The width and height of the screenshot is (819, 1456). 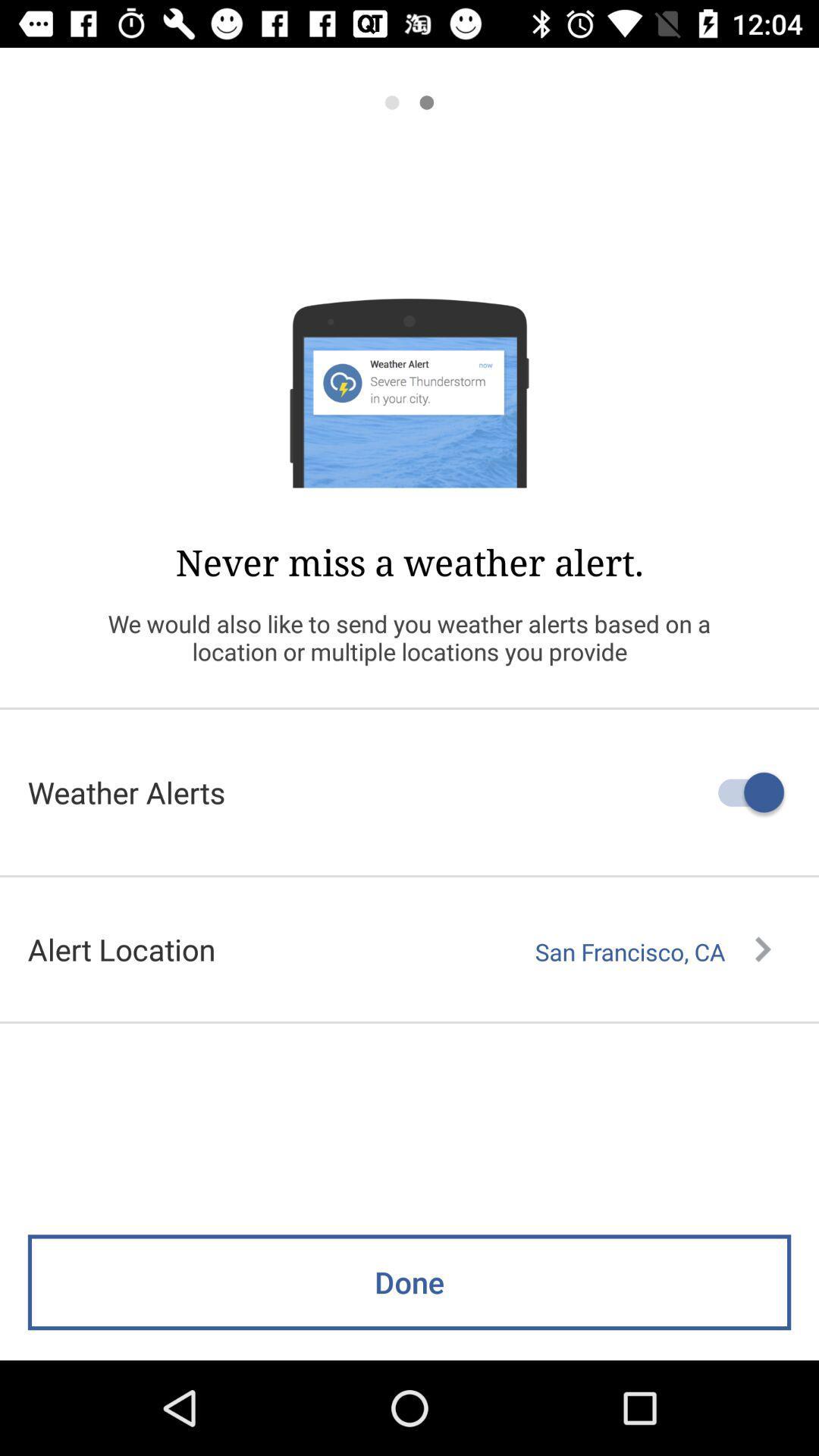 What do you see at coordinates (652, 951) in the screenshot?
I see `the item to the right of alert location item` at bounding box center [652, 951].